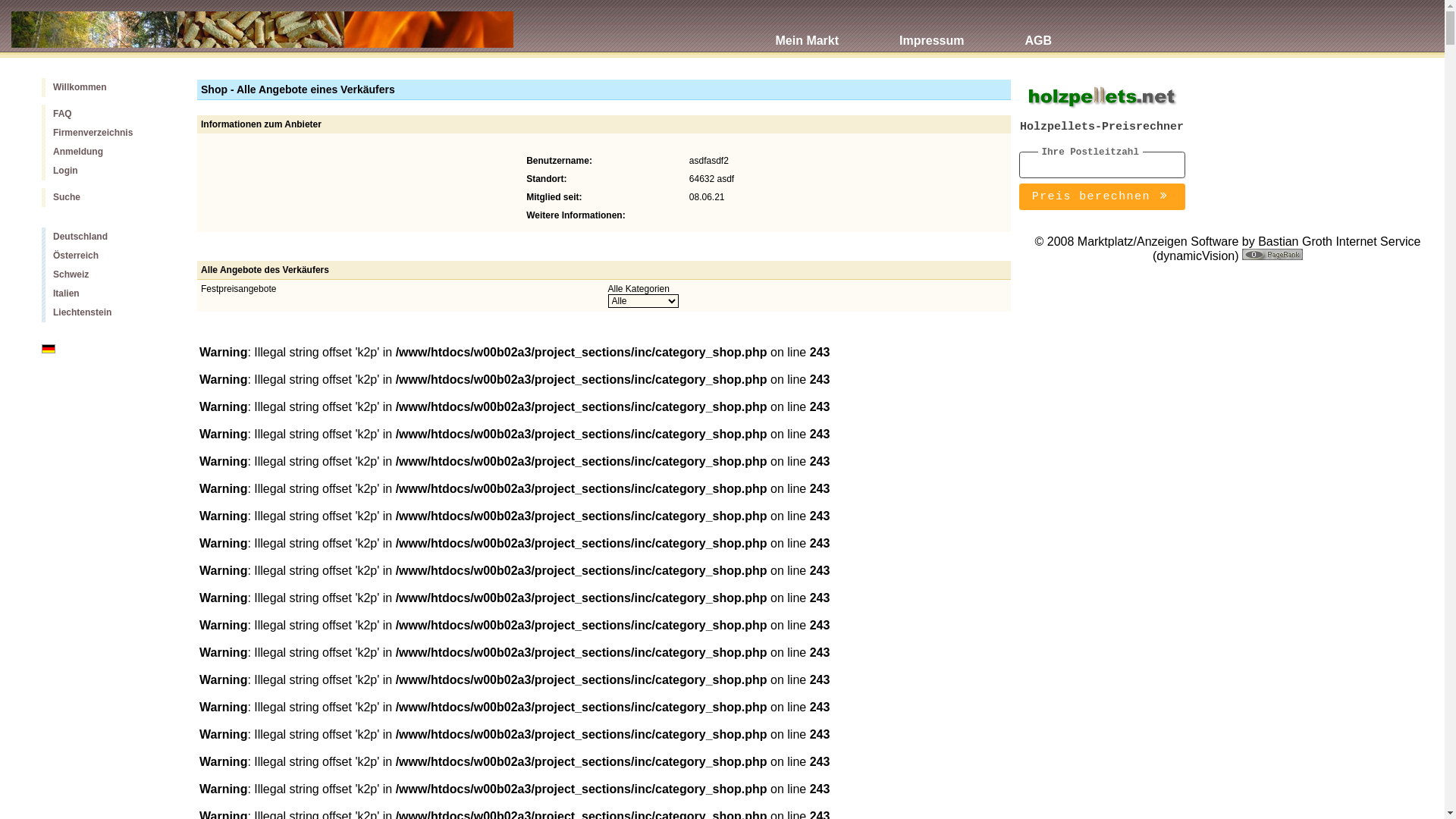  Describe the element at coordinates (41, 171) in the screenshot. I see `'Login'` at that location.